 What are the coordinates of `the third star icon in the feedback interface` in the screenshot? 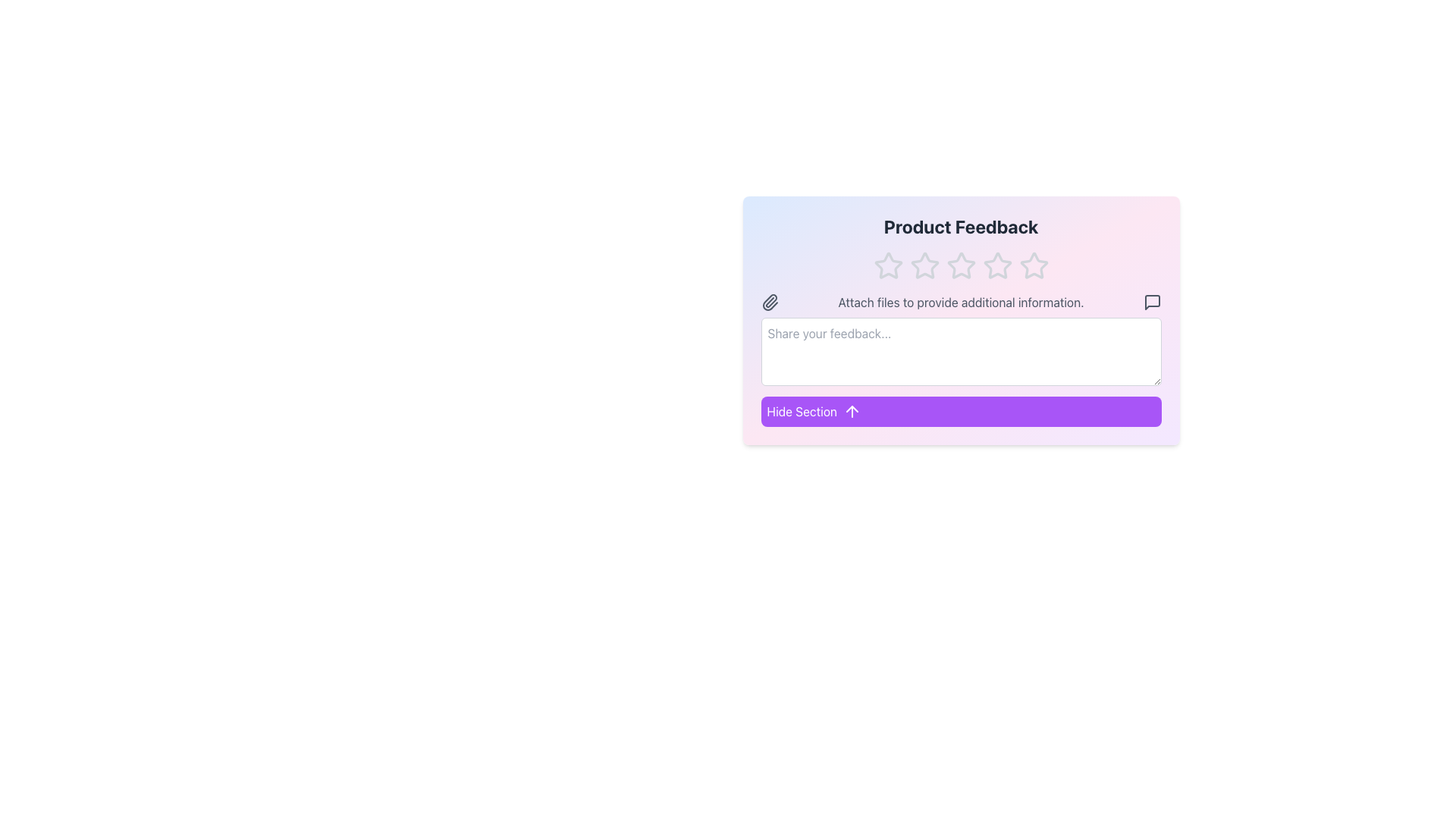 It's located at (997, 265).